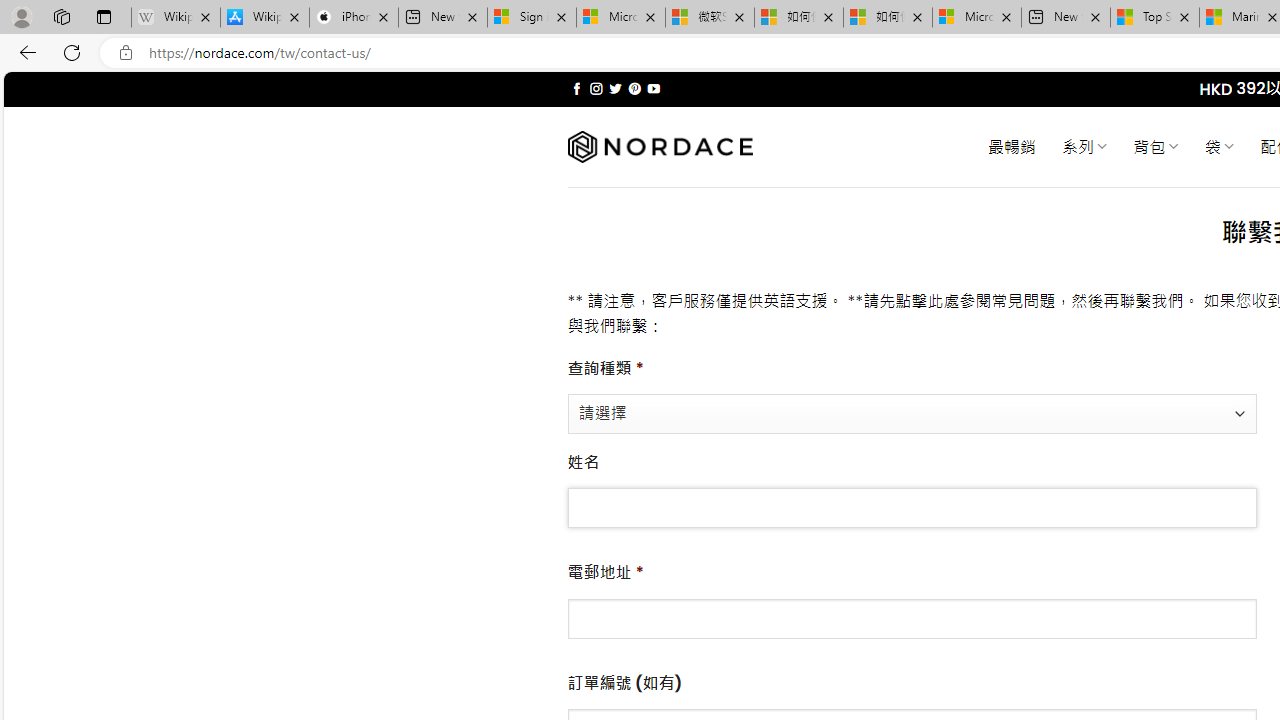 This screenshot has height=720, width=1280. Describe the element at coordinates (659, 146) in the screenshot. I see `'Nordace'` at that location.